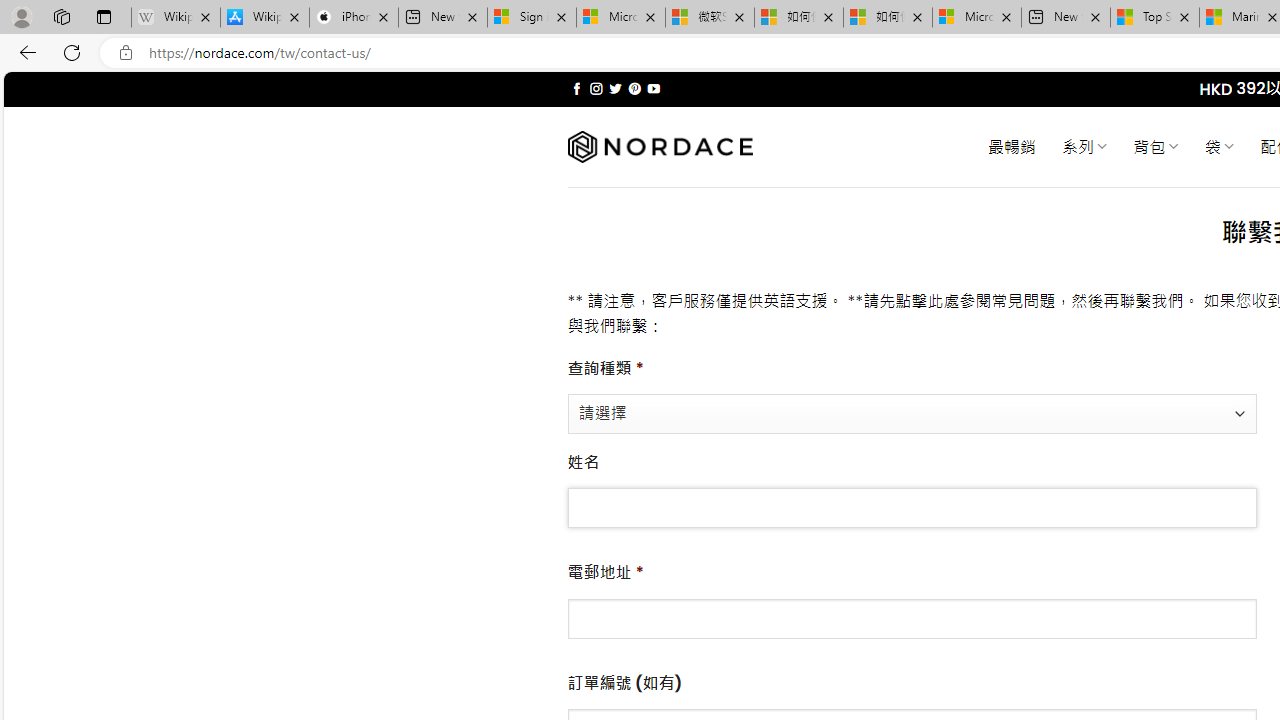 This screenshot has height=720, width=1280. Describe the element at coordinates (659, 146) in the screenshot. I see `'Nordace'` at that location.